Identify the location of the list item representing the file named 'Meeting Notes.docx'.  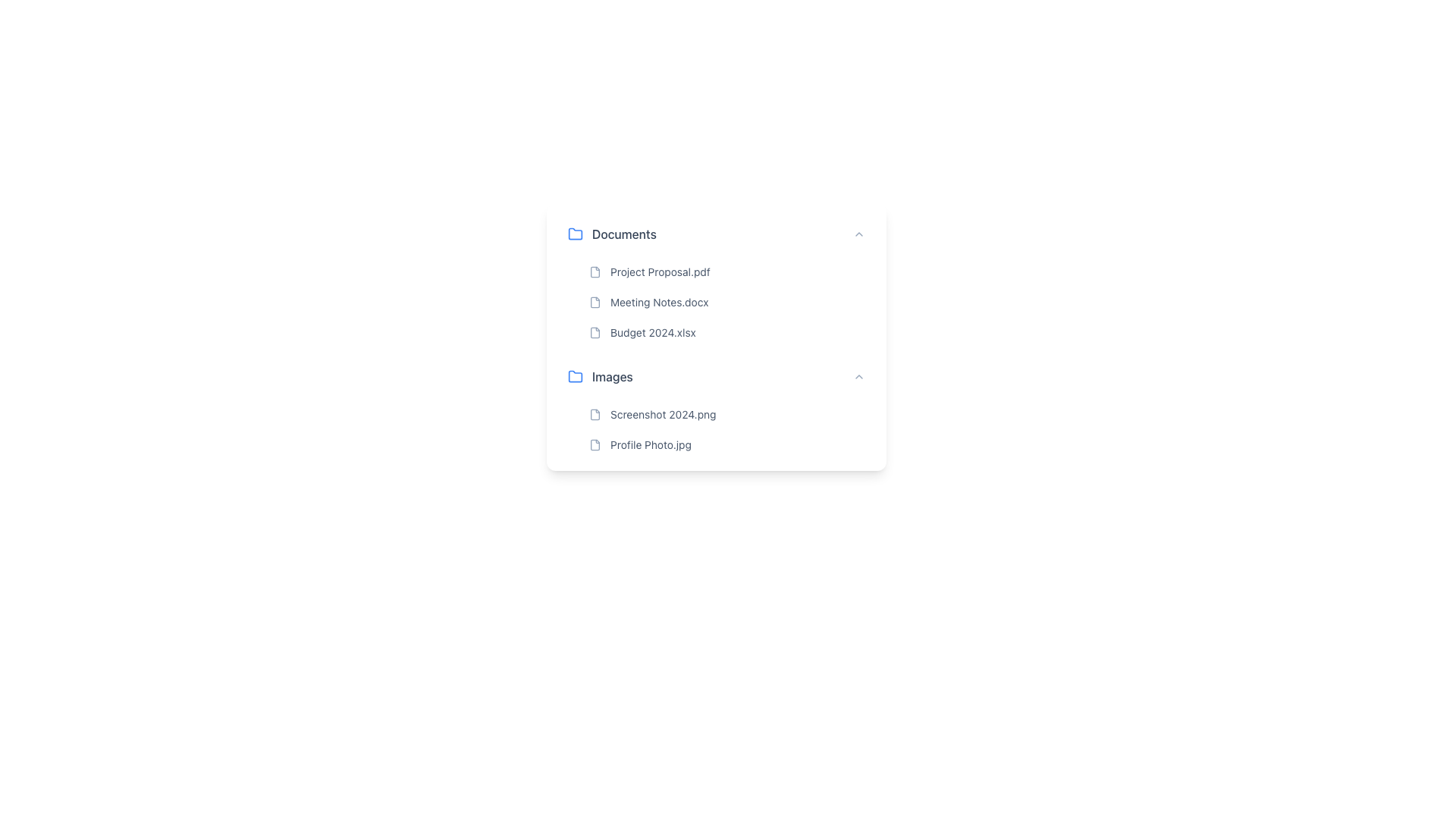
(728, 302).